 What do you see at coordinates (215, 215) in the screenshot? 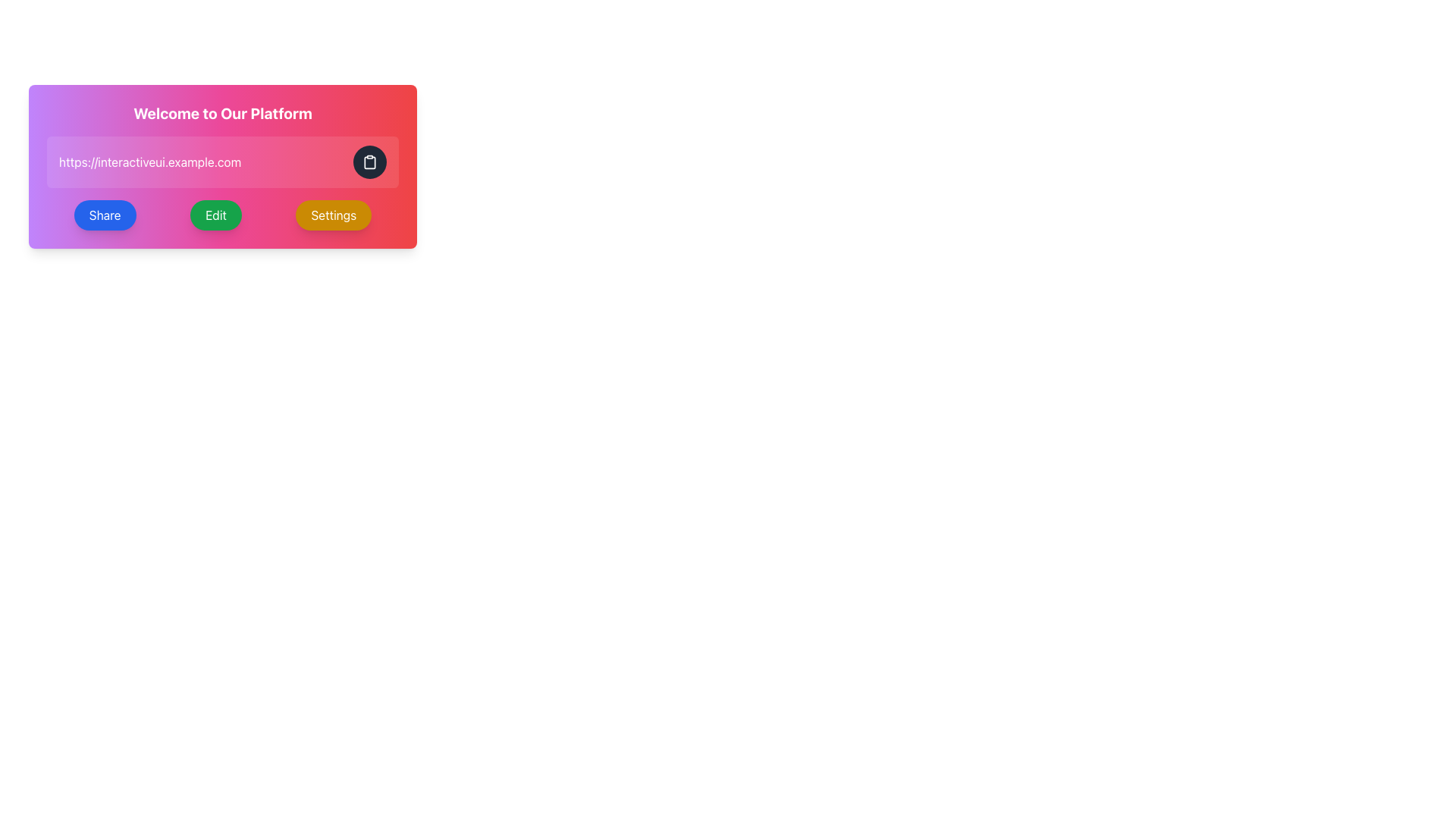
I see `the green 'Edit' button with rounded corners and white text located between the blue 'Share' button and the yellow 'Settings' button` at bounding box center [215, 215].